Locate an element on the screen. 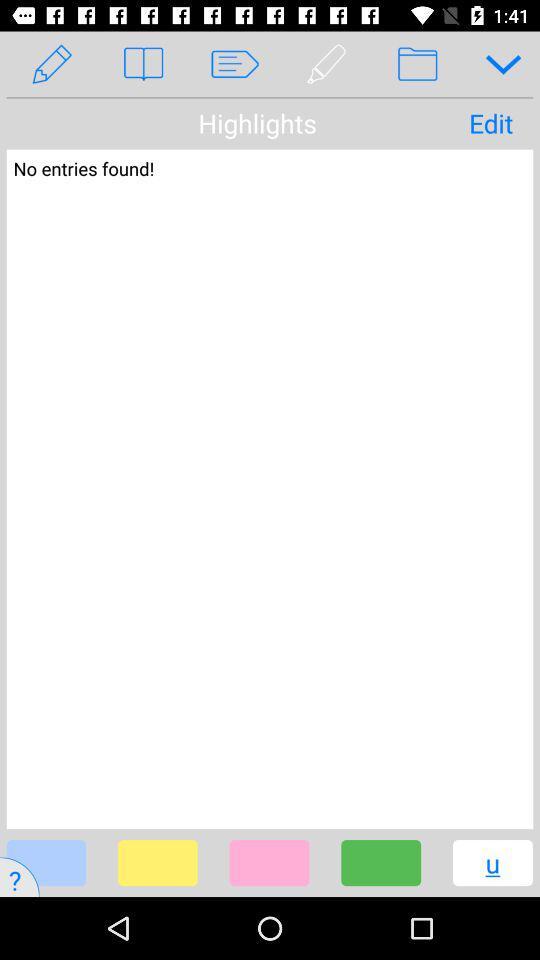 This screenshot has width=540, height=960. the edit icon is located at coordinates (326, 64).